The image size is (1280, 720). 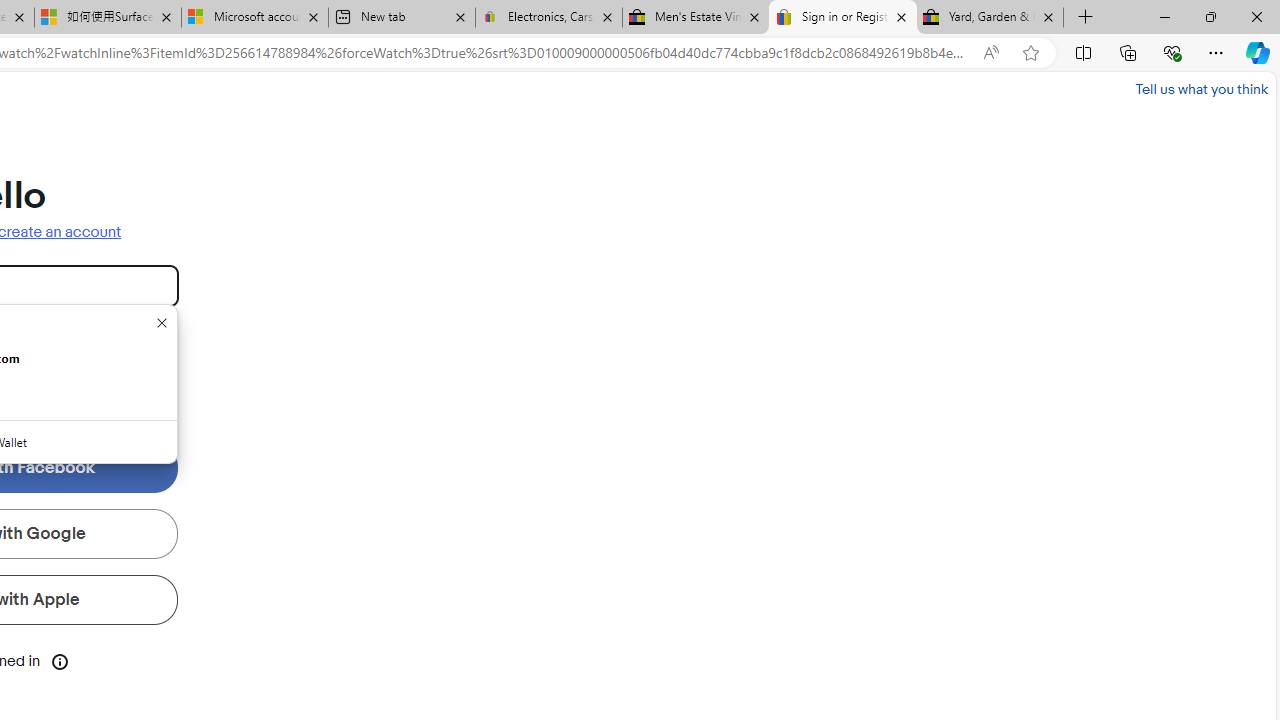 I want to click on 'Microsoft account | Account Checkup', so click(x=253, y=17).